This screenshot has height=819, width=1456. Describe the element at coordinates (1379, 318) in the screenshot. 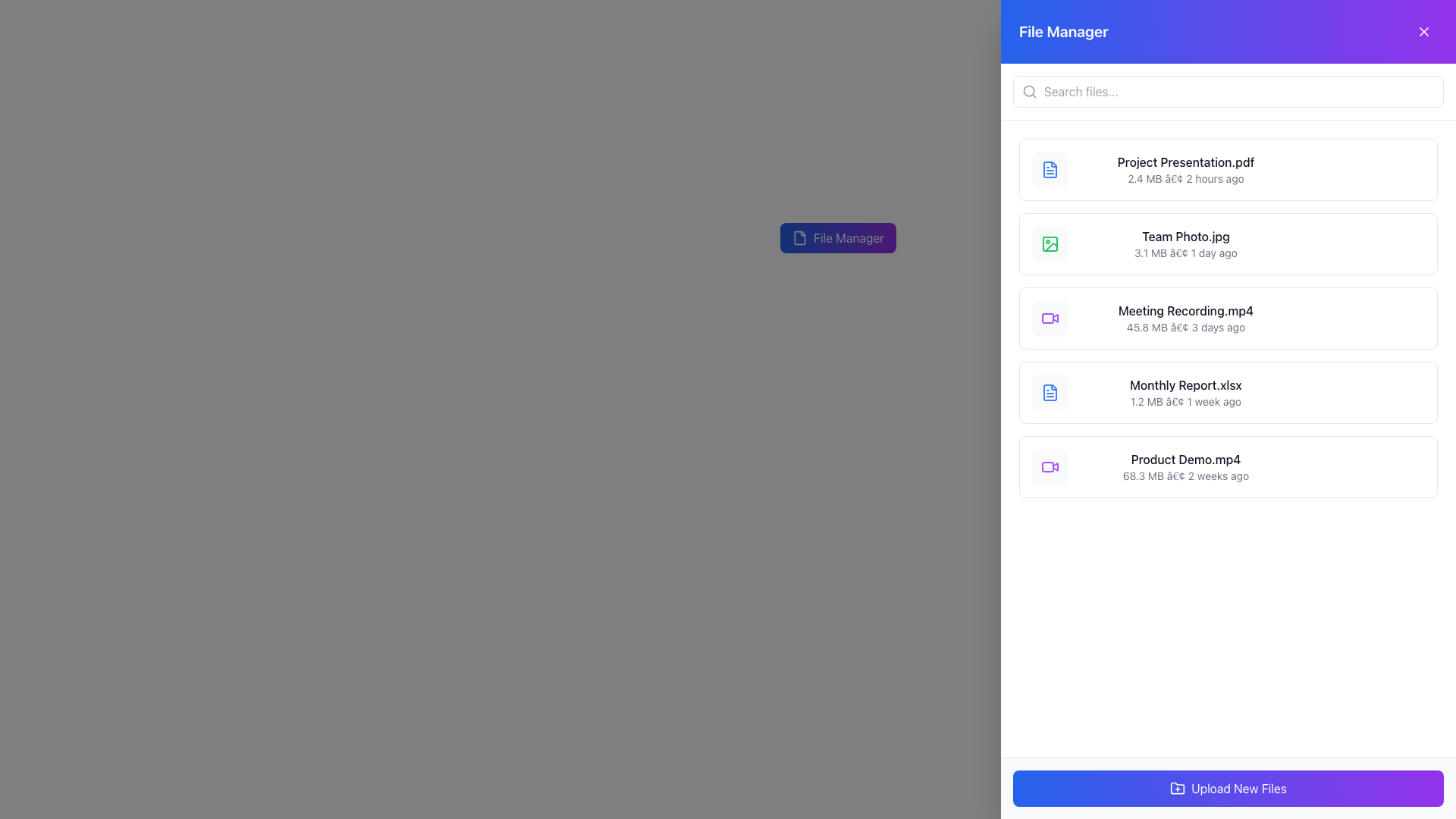

I see `the Delete button located to the right of the 'Meeting Recording.mp4' row in the file manager` at that location.